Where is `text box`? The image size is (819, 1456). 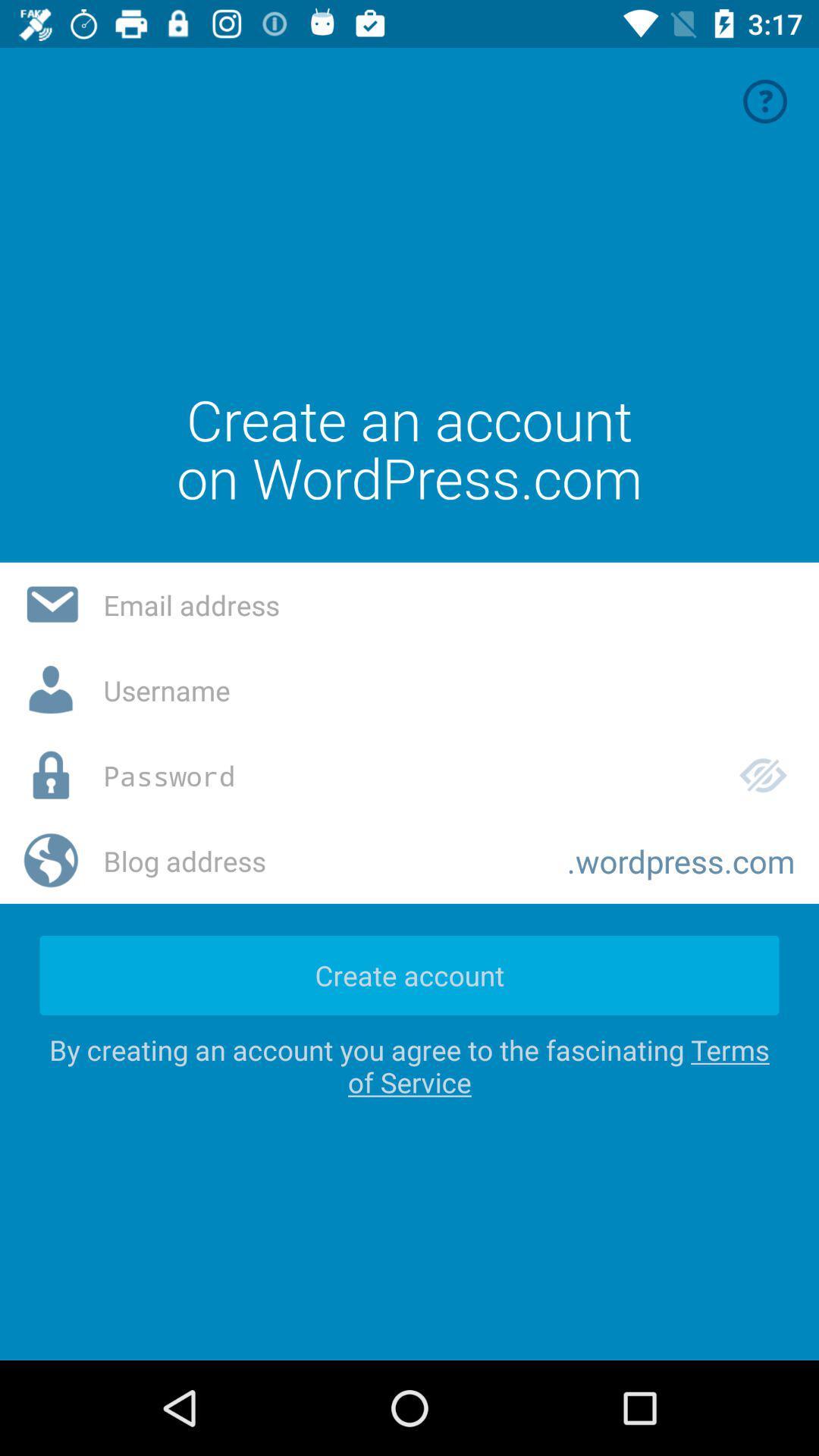
text box is located at coordinates (448, 689).